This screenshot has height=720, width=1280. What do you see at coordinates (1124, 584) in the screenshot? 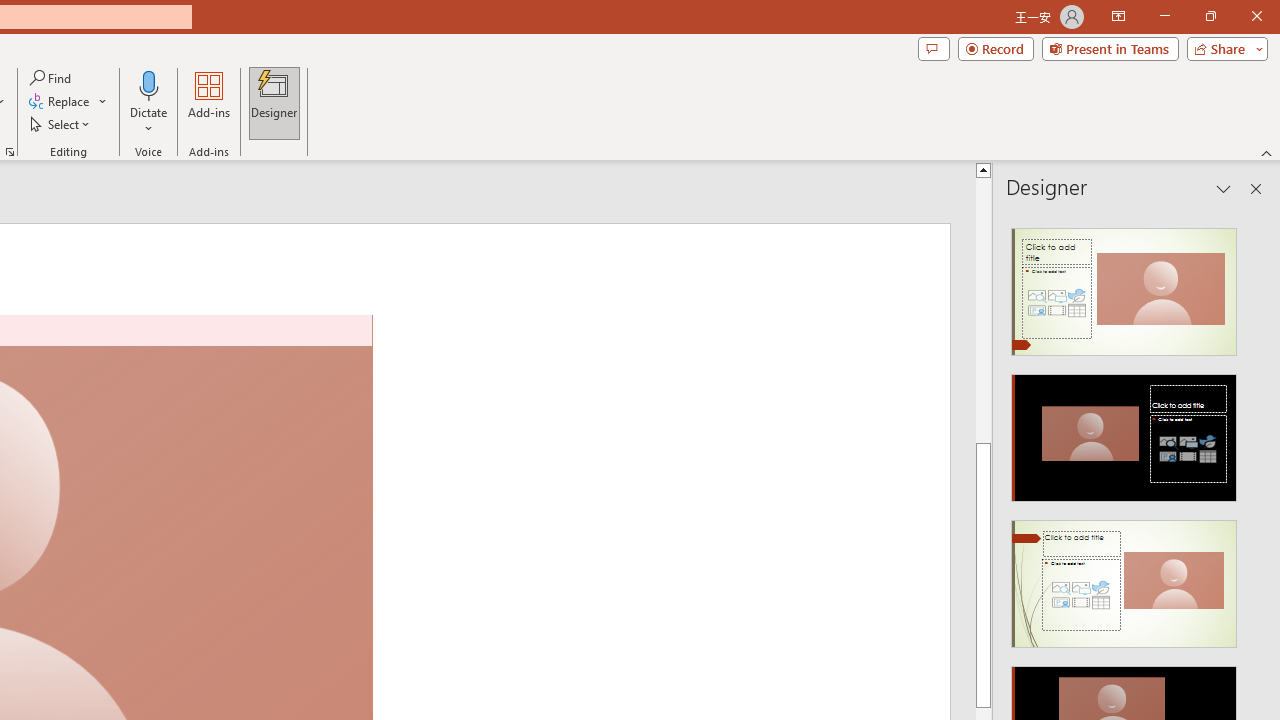
I see `'Class: NetUIImage'` at bounding box center [1124, 584].